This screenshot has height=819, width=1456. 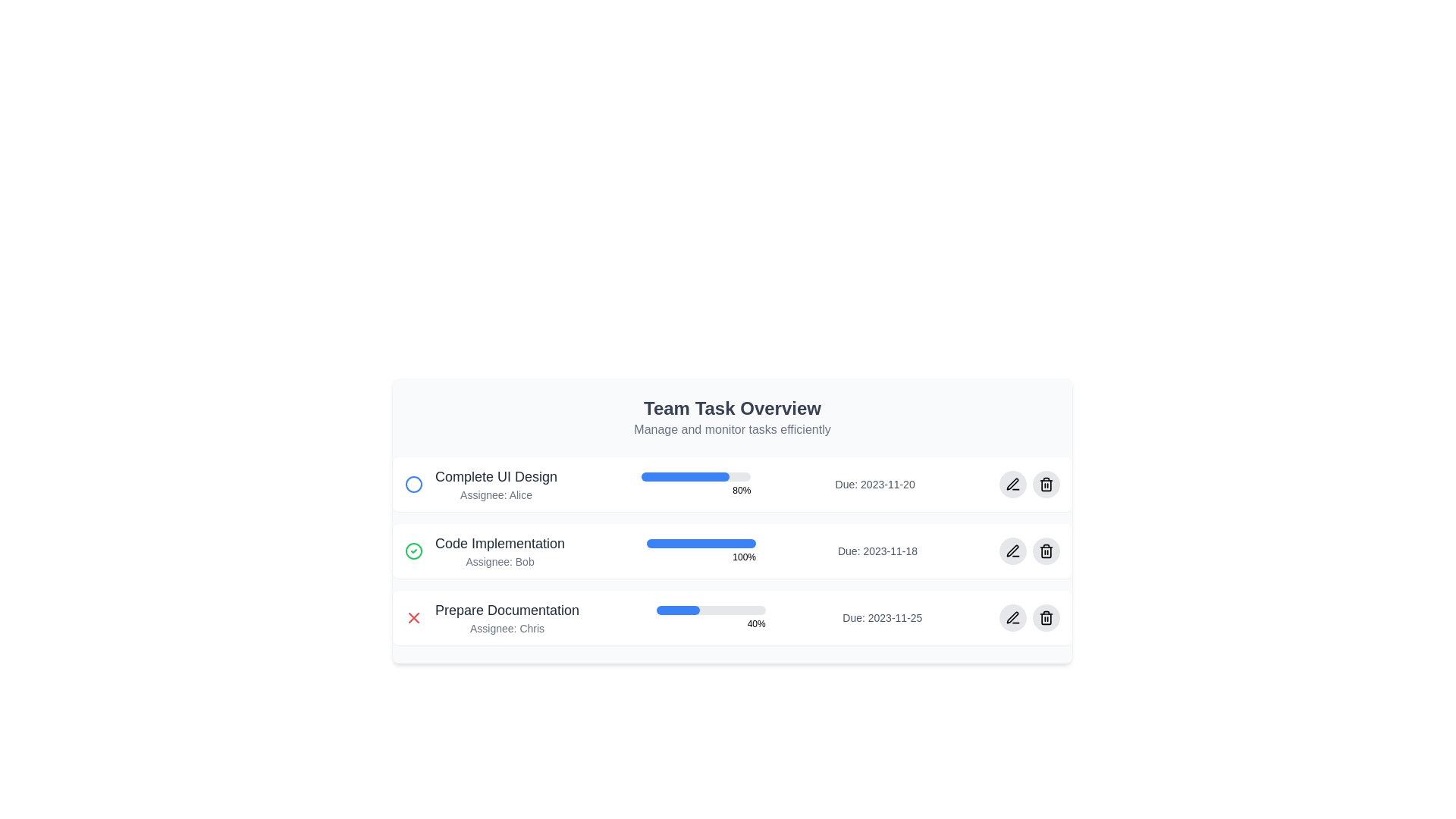 I want to click on the circular Graphic Icon that indicates the status of the task 'Complete UI Design', which is located to the left of the task entry, so click(x=414, y=485).